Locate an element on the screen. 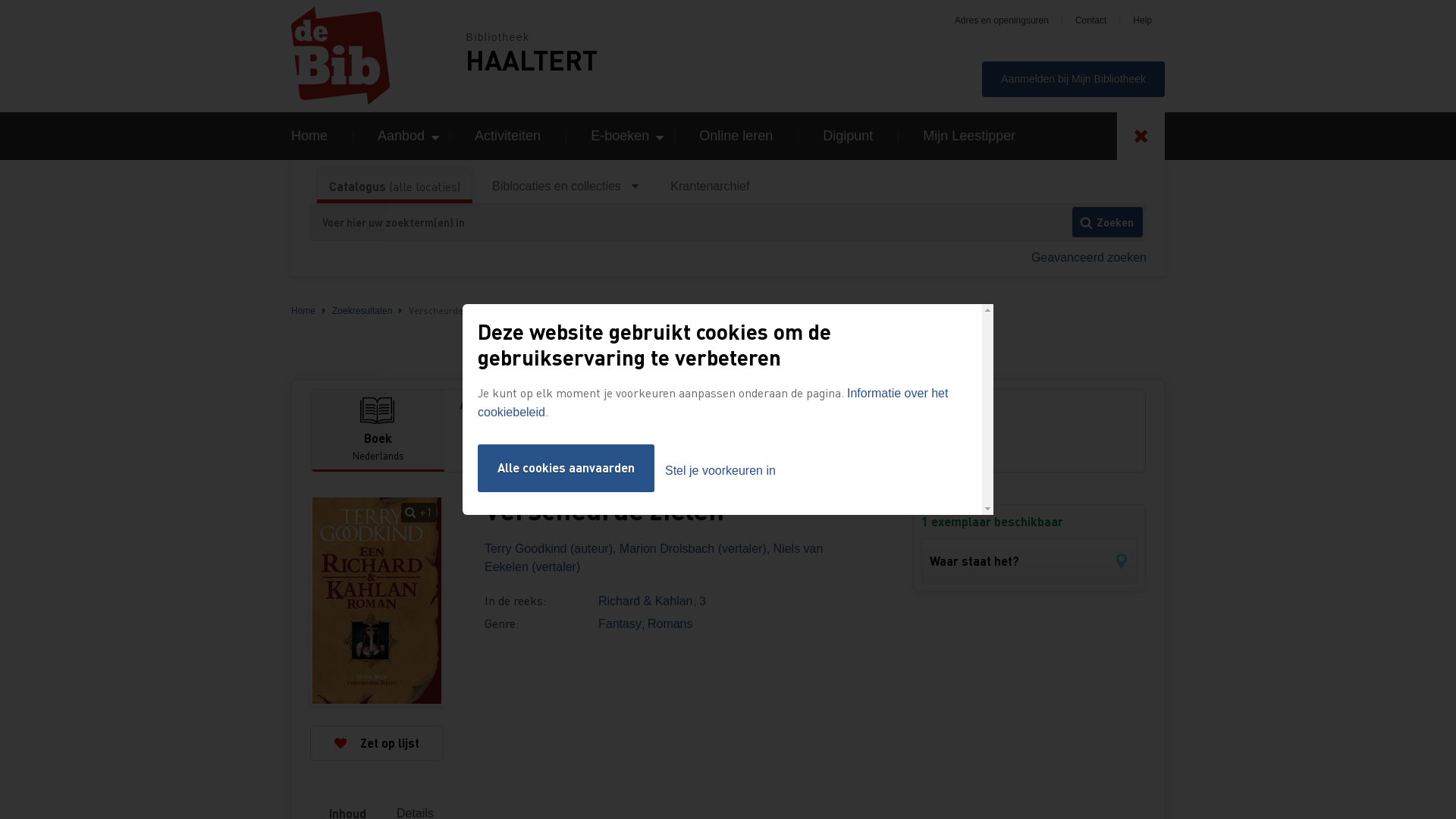 This screenshot has height=819, width=1456. 'Alle cookies aanvaarden' is located at coordinates (476, 467).